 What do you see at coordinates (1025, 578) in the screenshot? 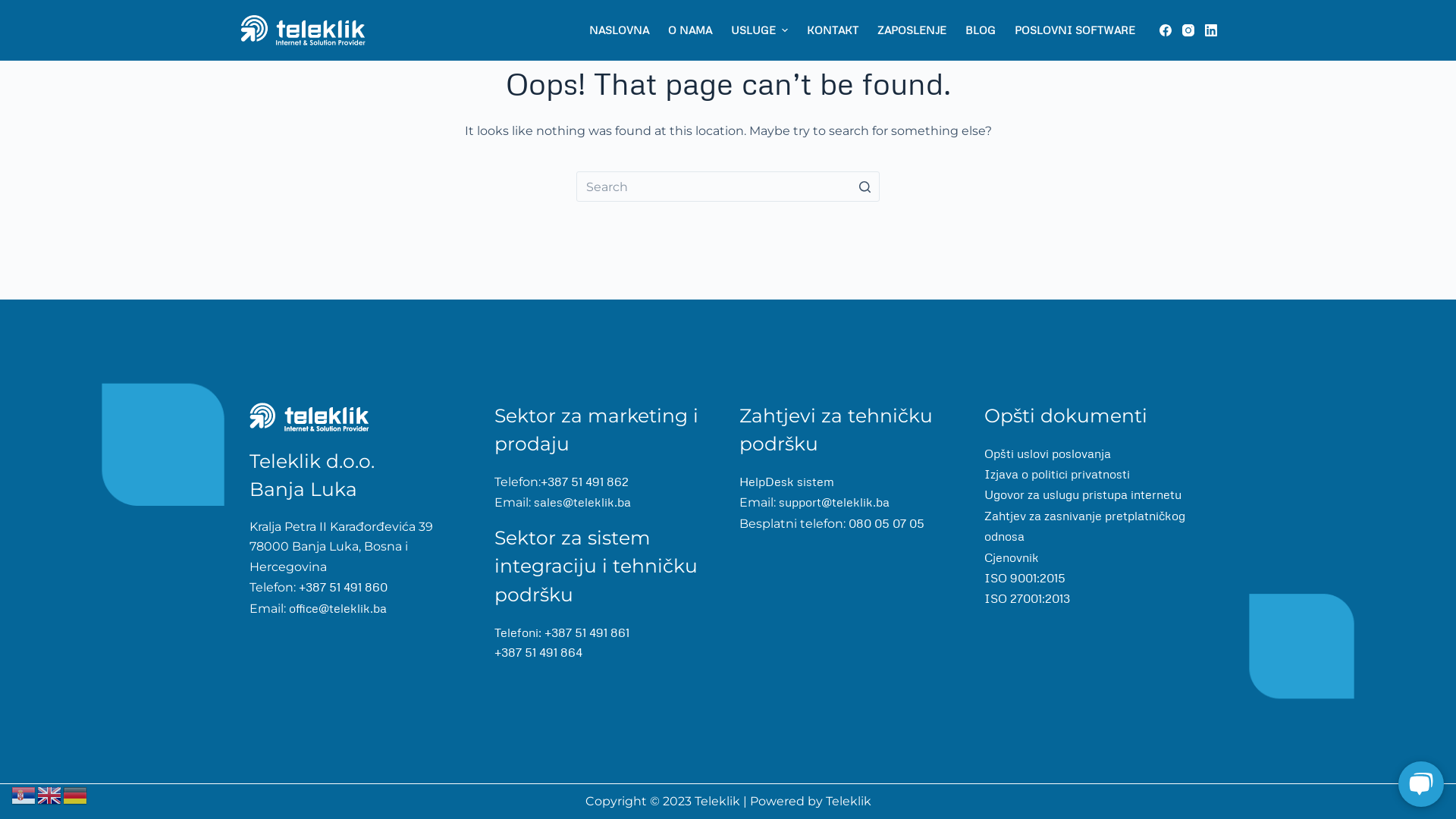
I see `'ISO 9001:2015'` at bounding box center [1025, 578].